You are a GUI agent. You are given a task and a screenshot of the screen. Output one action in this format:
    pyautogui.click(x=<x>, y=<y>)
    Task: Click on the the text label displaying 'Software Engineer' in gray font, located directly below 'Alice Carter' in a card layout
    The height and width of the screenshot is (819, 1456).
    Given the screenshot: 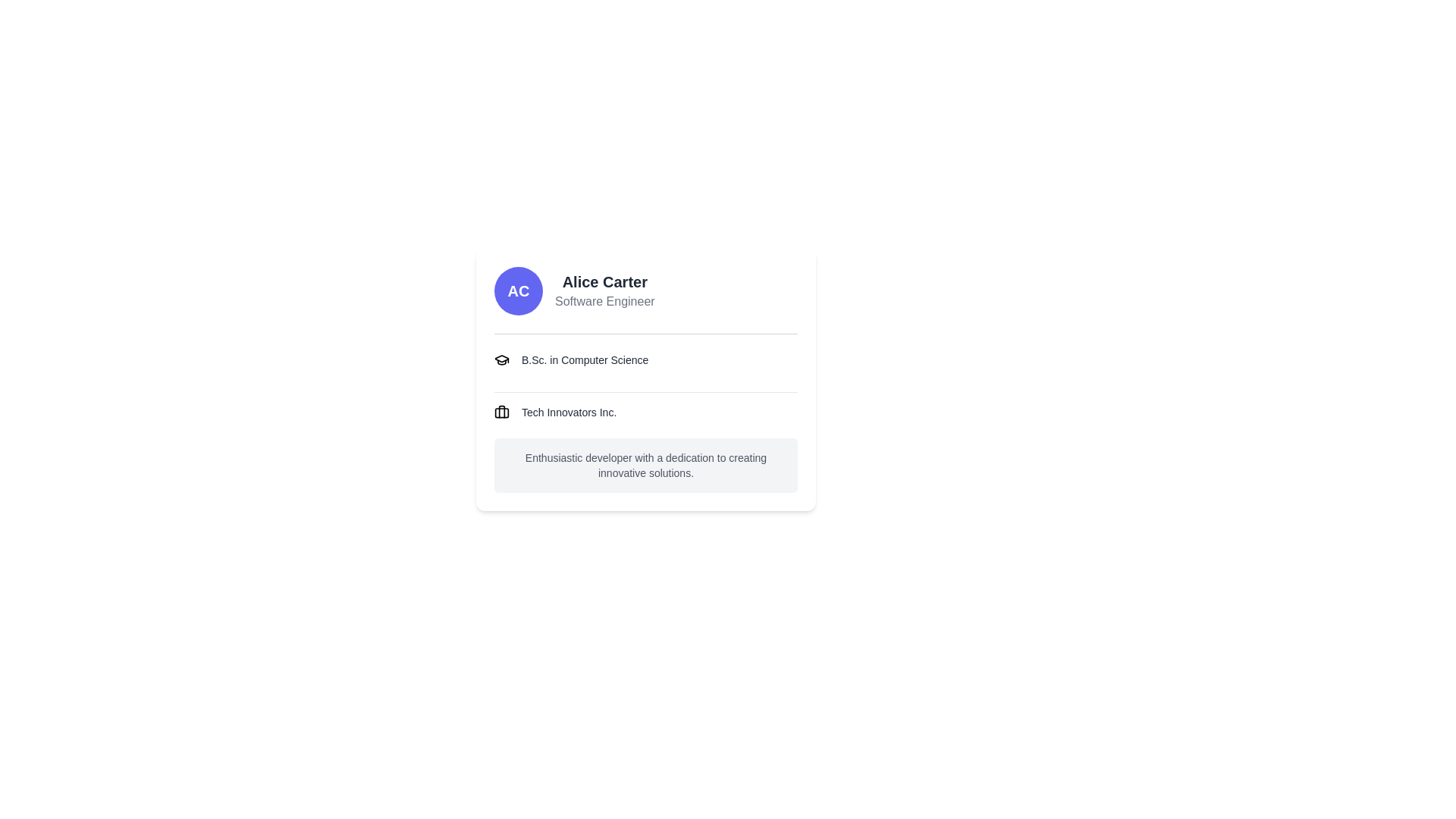 What is the action you would take?
    pyautogui.click(x=604, y=301)
    